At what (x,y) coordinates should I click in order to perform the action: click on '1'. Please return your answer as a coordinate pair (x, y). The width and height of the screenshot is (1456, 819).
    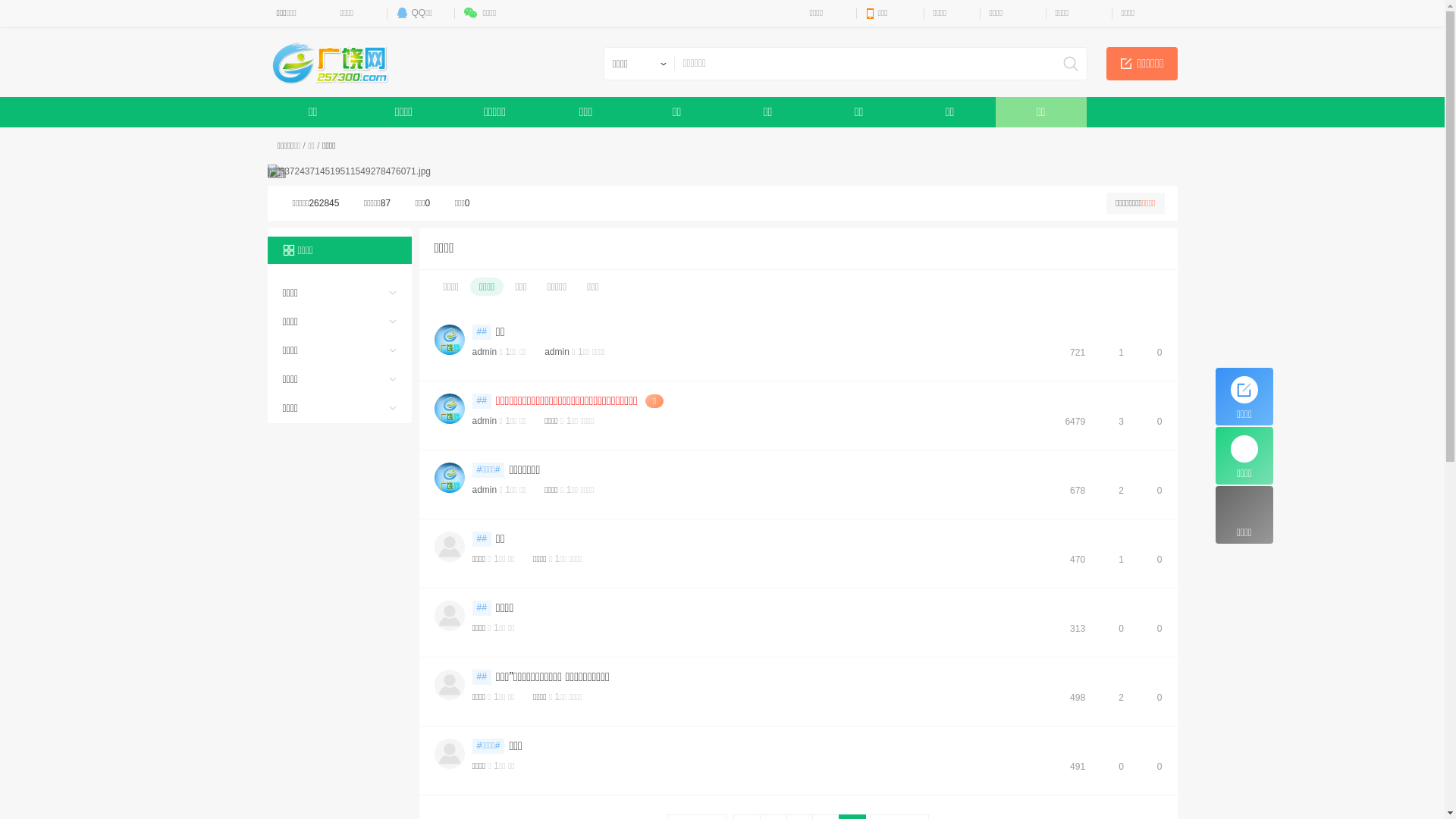
    Looking at the image, I should click on (1113, 353).